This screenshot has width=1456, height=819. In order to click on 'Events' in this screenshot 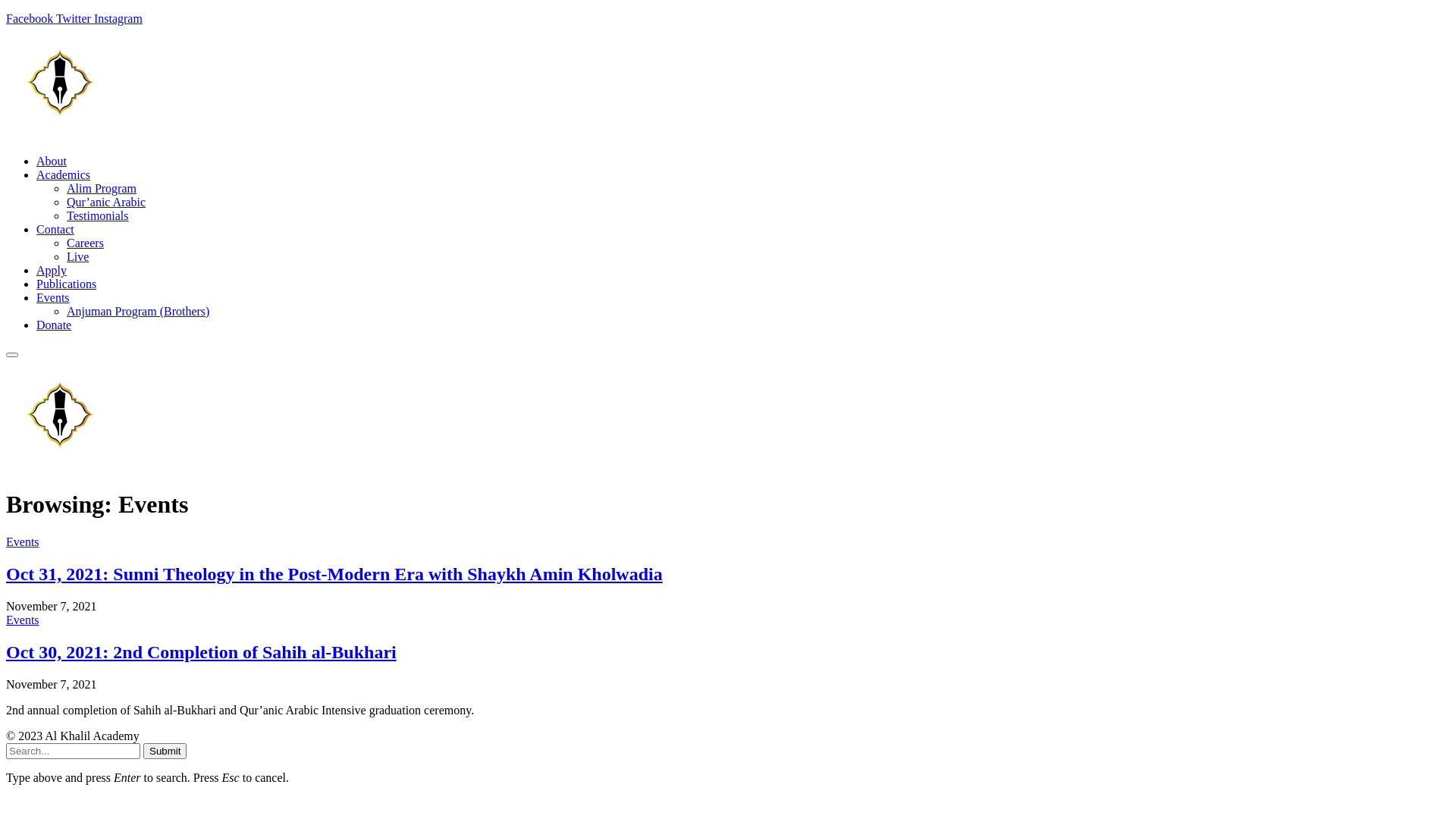, I will do `click(22, 620)`.